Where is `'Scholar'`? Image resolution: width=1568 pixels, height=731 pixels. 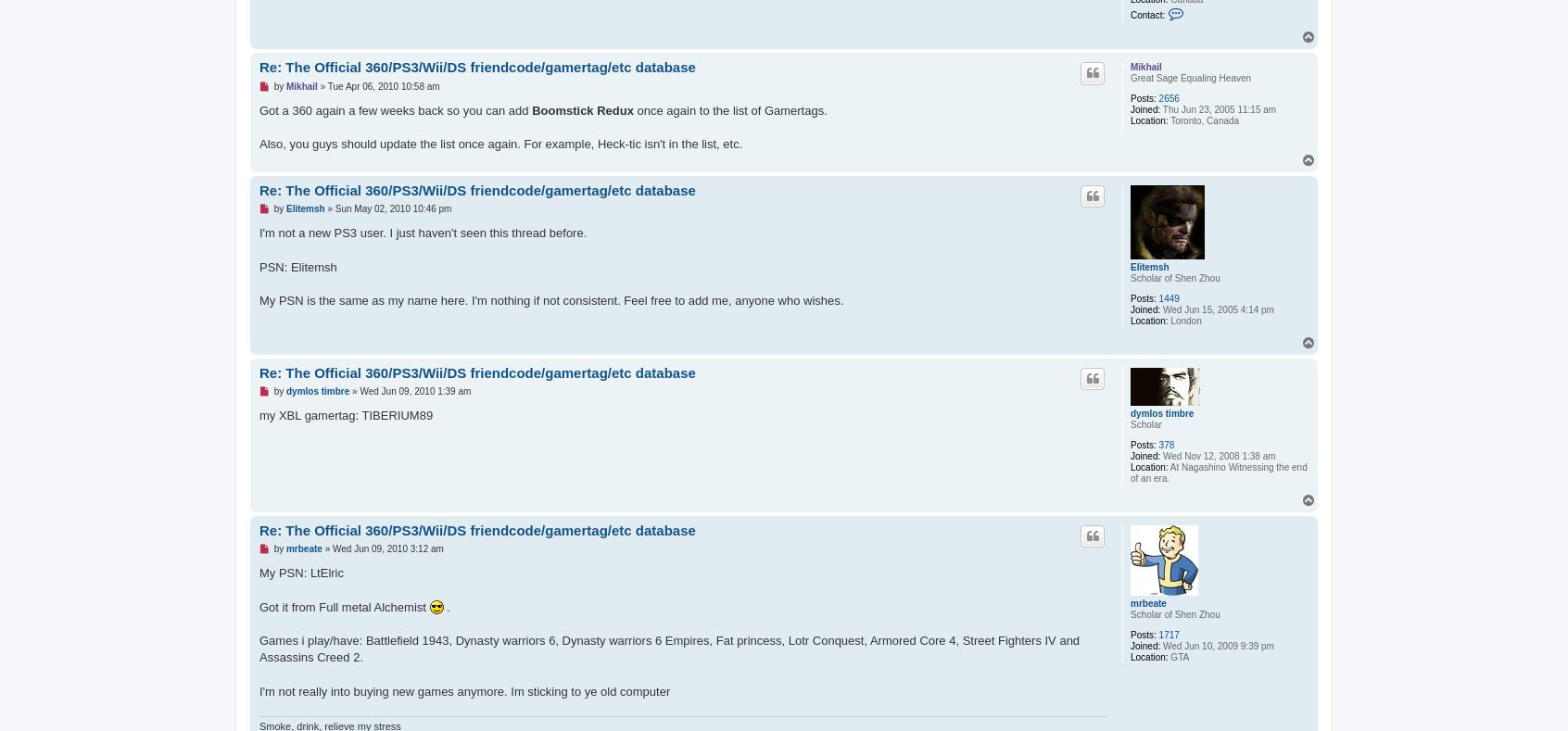 'Scholar' is located at coordinates (1145, 424).